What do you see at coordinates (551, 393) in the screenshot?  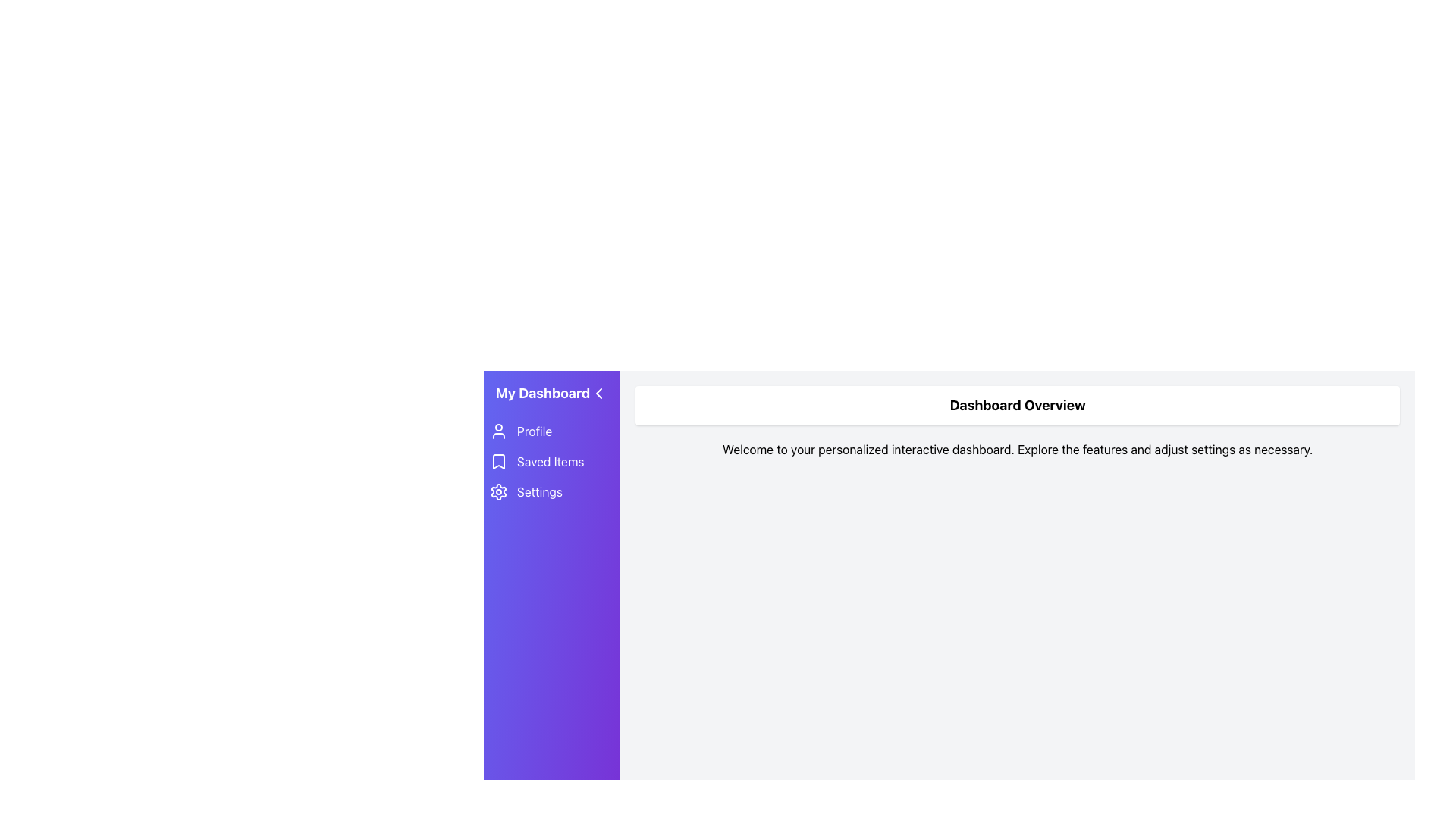 I see `the arrow icon in the Navigation header located at the top-left corner of the vertical sidebar` at bounding box center [551, 393].